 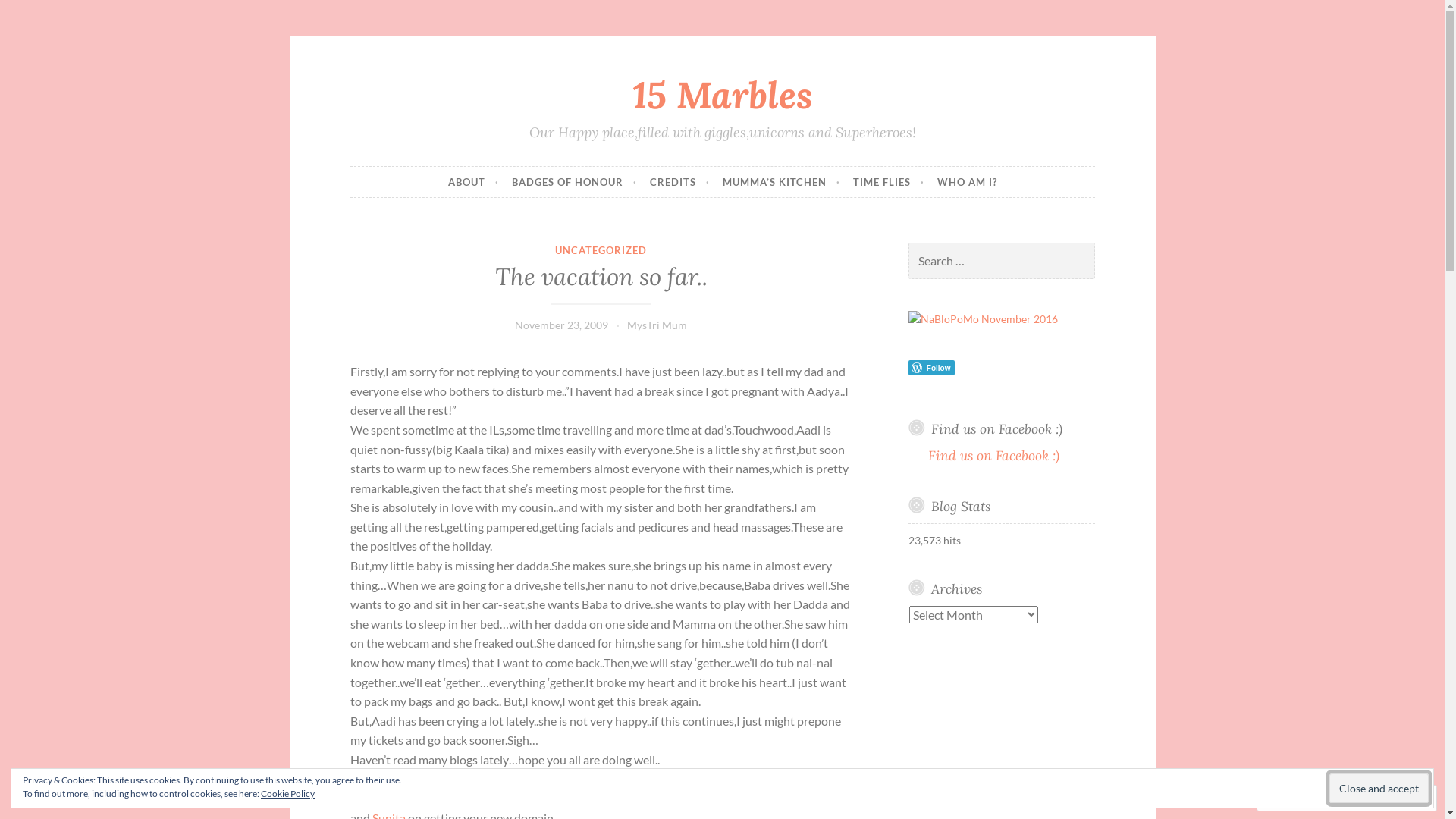 What do you see at coordinates (414, 797) in the screenshot?
I see `'Parul'` at bounding box center [414, 797].